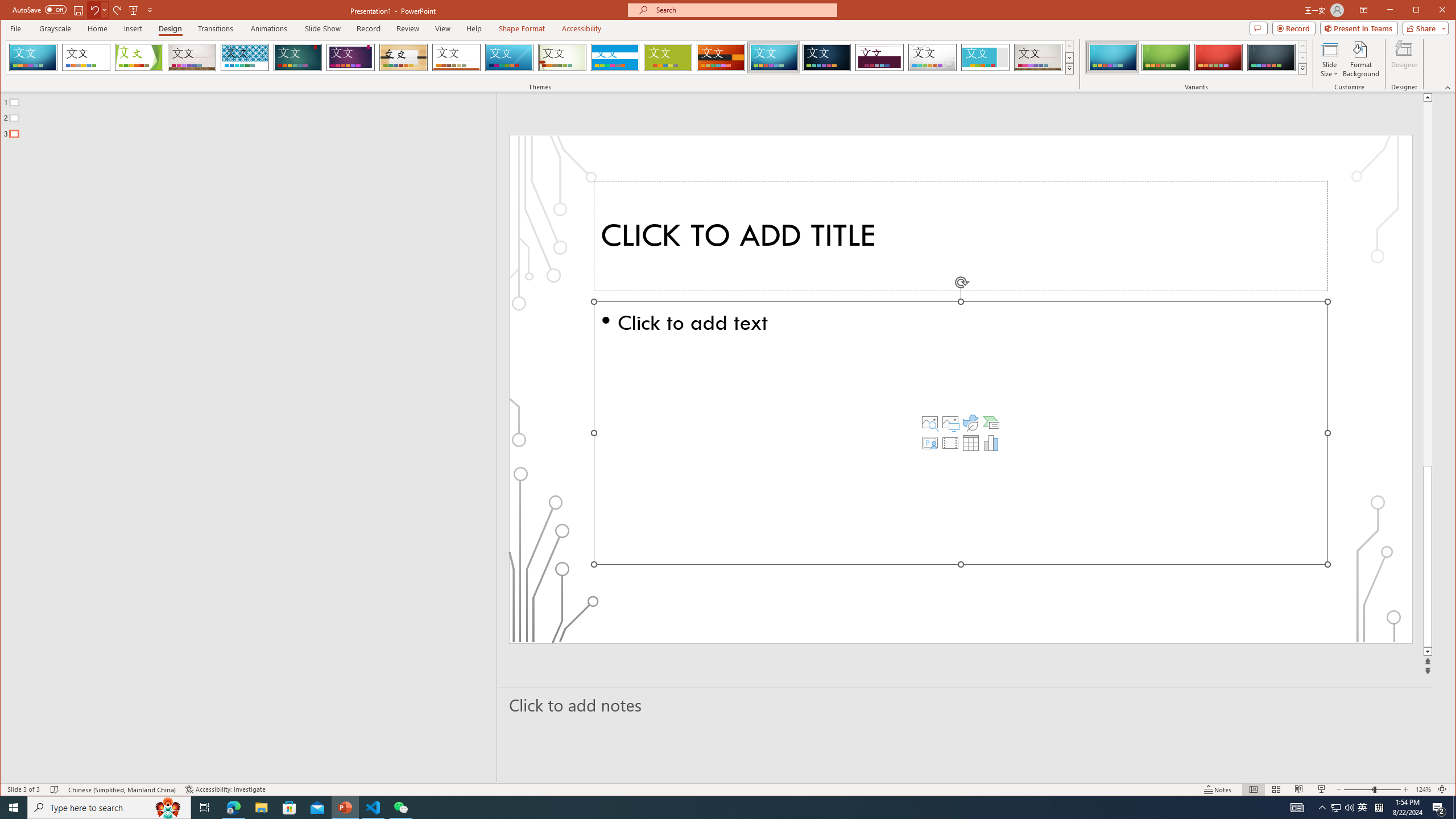 The image size is (1456, 819). I want to click on 'Integral', so click(244, 57).